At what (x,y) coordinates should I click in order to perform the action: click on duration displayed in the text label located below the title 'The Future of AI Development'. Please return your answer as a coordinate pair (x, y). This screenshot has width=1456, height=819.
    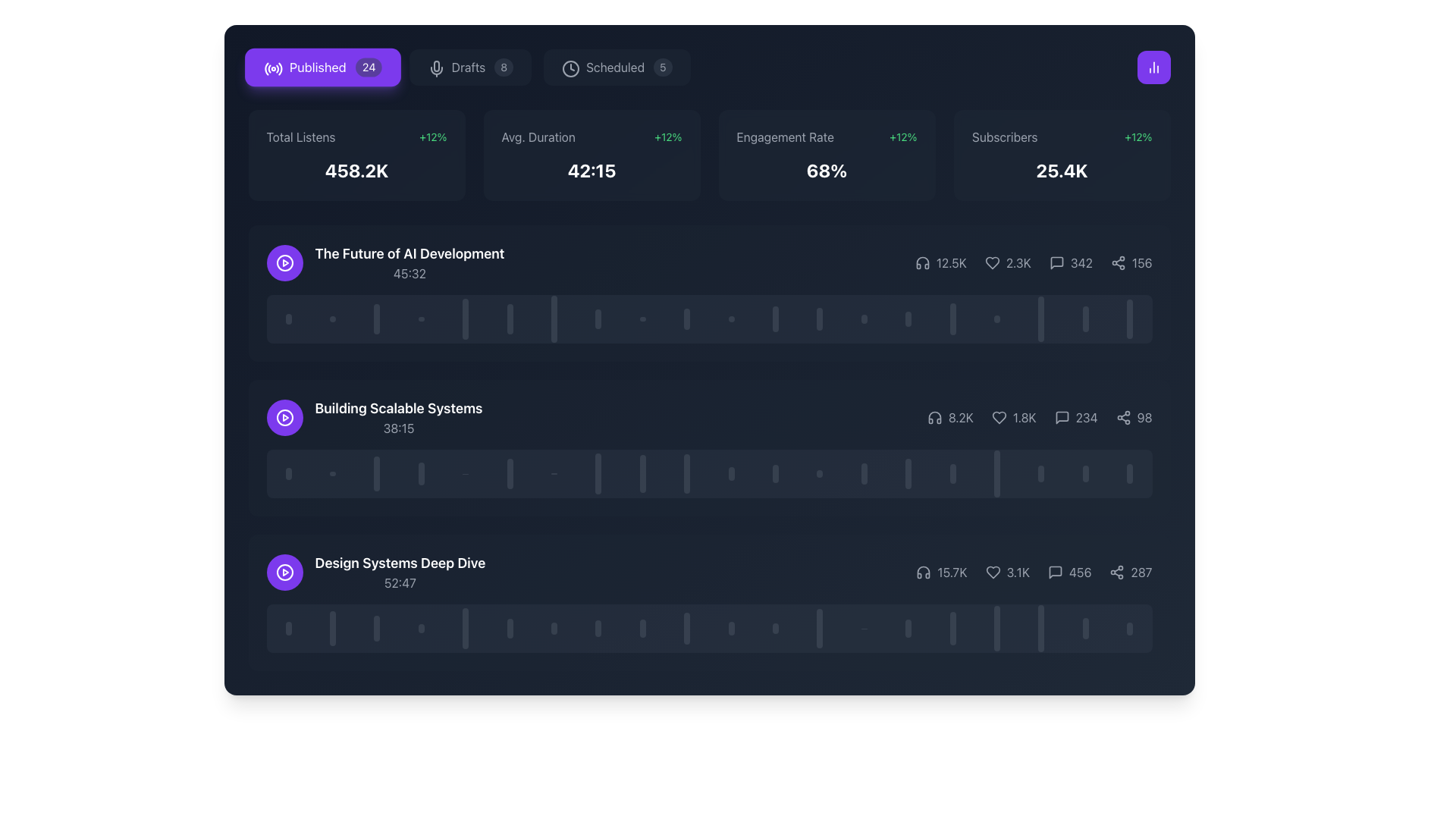
    Looking at the image, I should click on (409, 274).